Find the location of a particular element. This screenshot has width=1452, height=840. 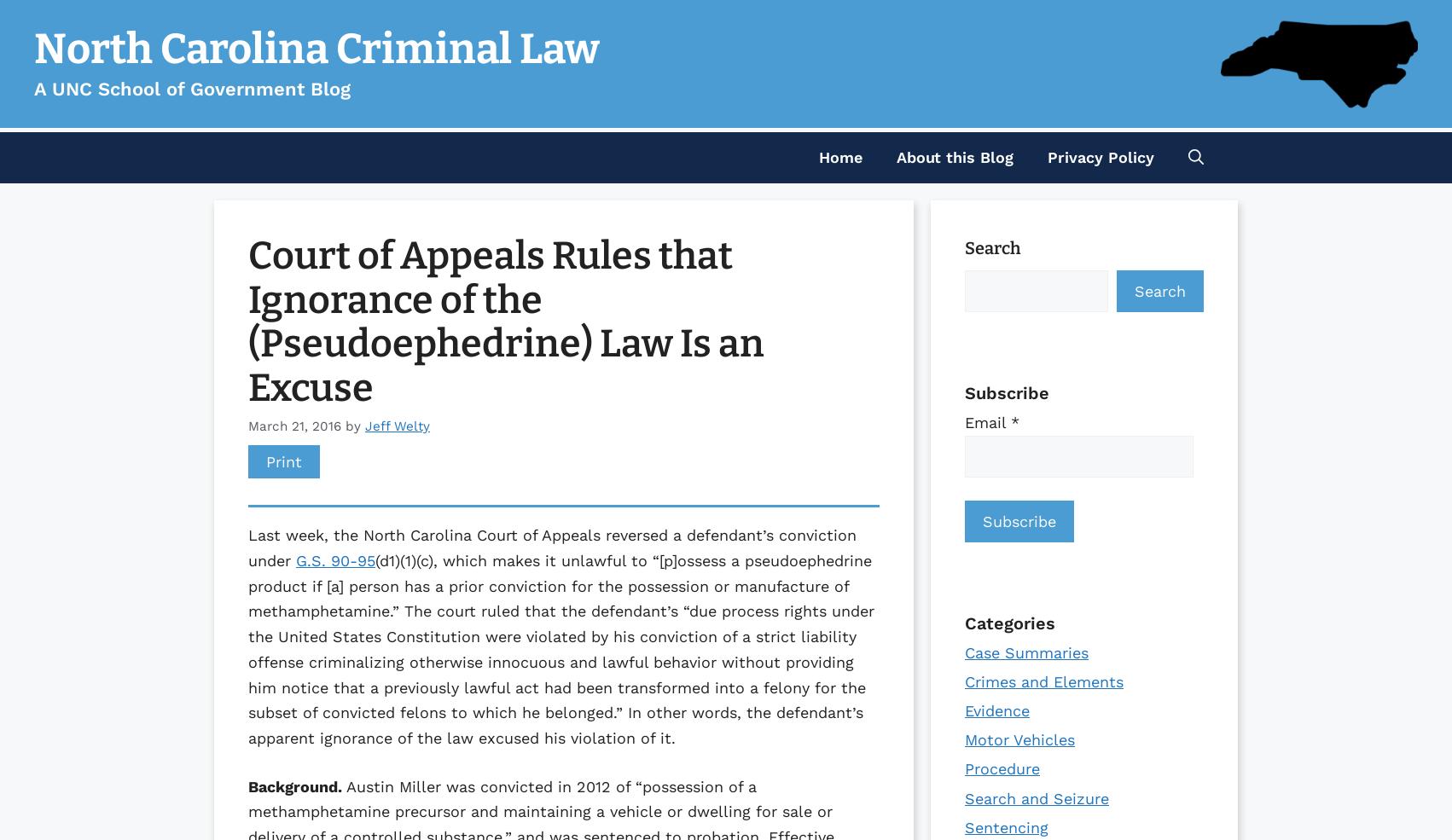

'Email' is located at coordinates (988, 422).